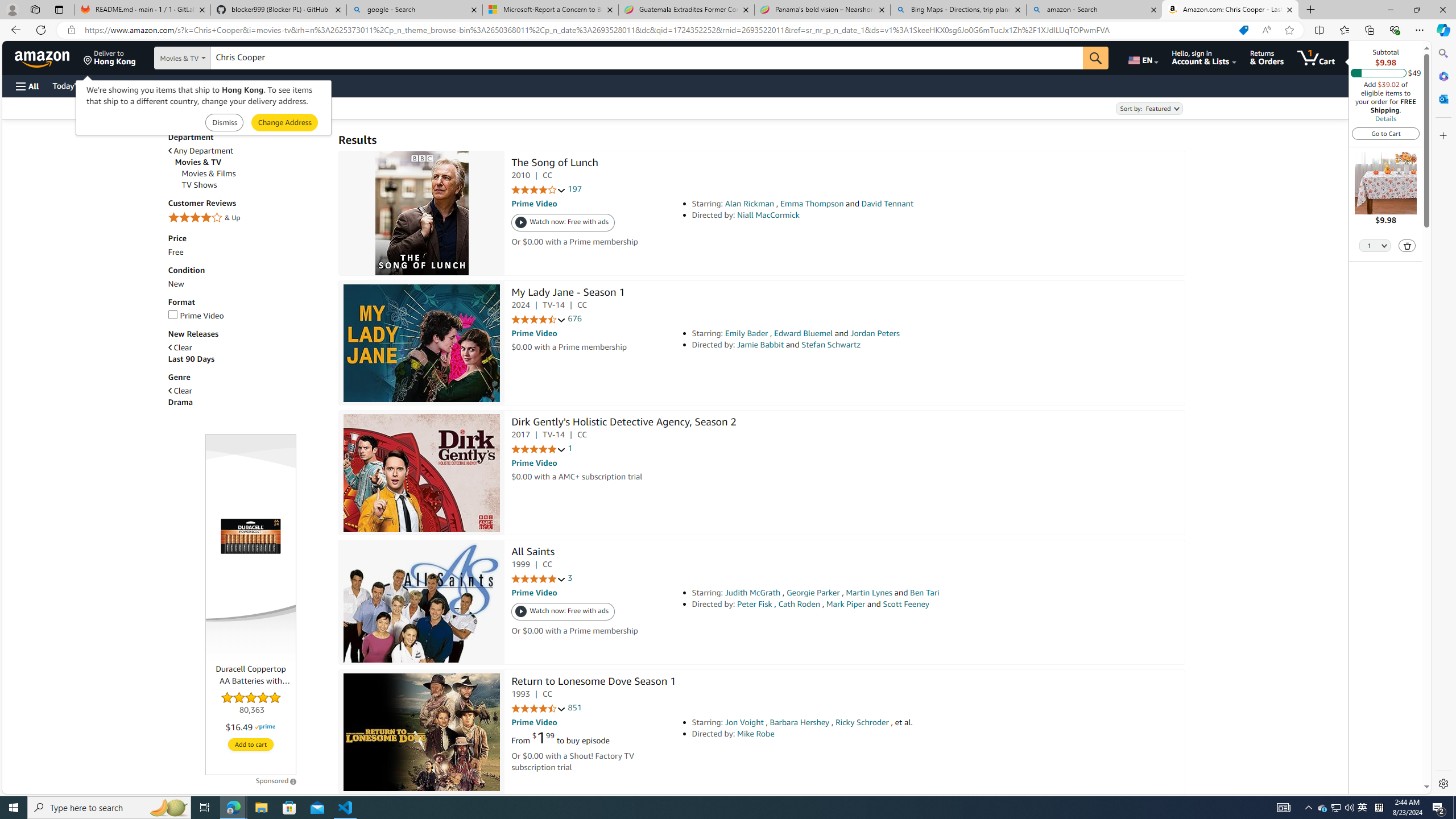 The height and width of the screenshot is (819, 1456). What do you see at coordinates (752, 592) in the screenshot?
I see `'Judith McGrath'` at bounding box center [752, 592].